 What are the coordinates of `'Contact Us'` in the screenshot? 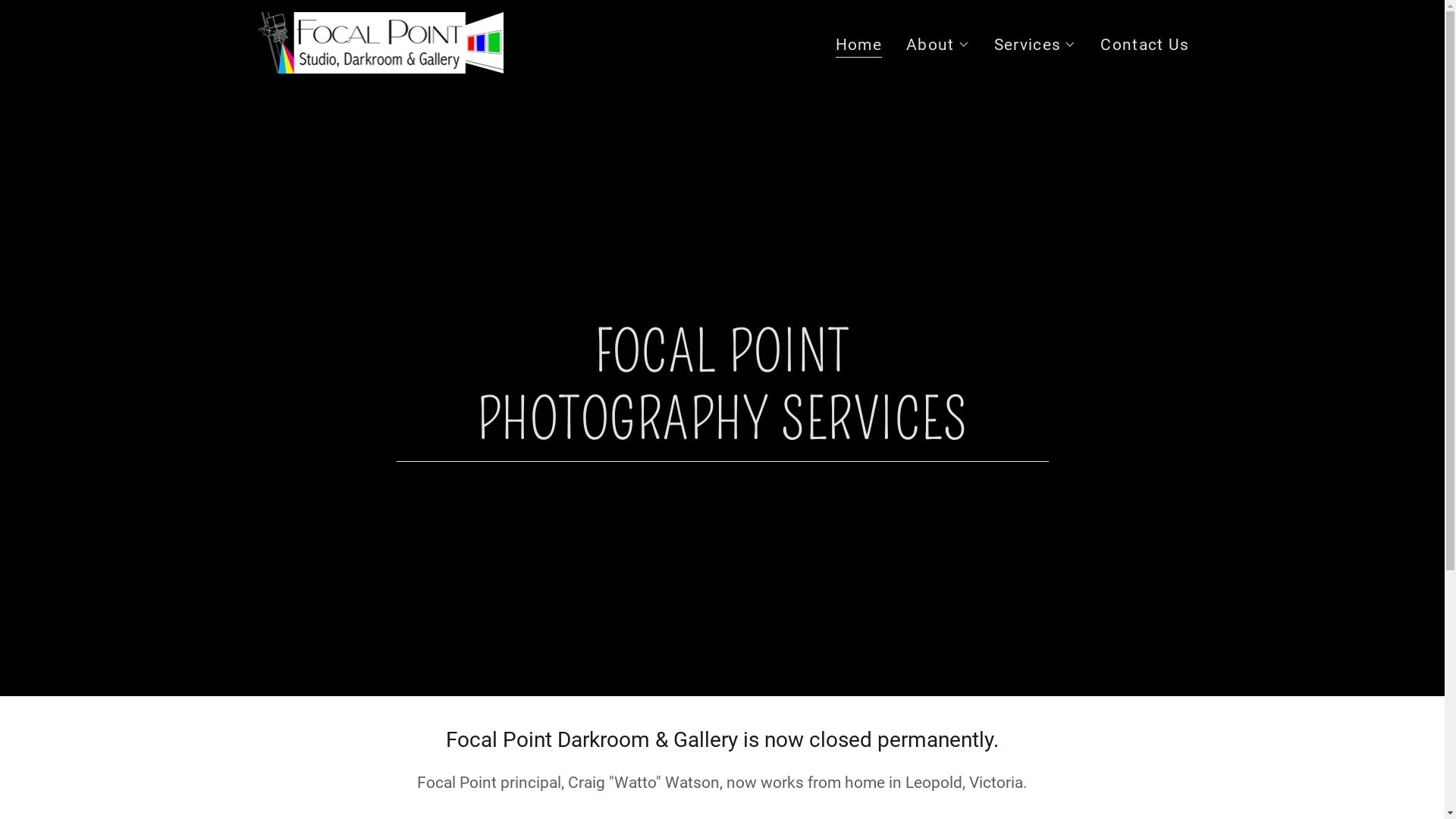 It's located at (1095, 43).